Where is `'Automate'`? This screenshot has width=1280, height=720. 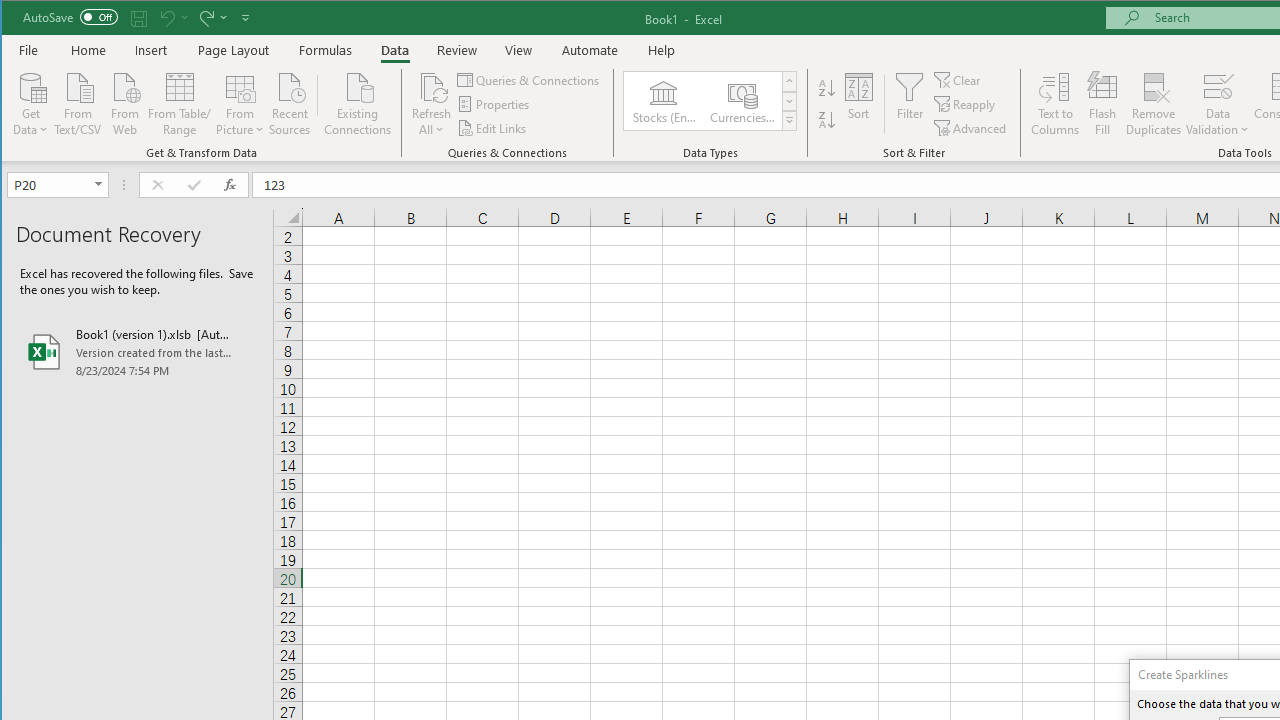
'Automate' is located at coordinates (589, 49).